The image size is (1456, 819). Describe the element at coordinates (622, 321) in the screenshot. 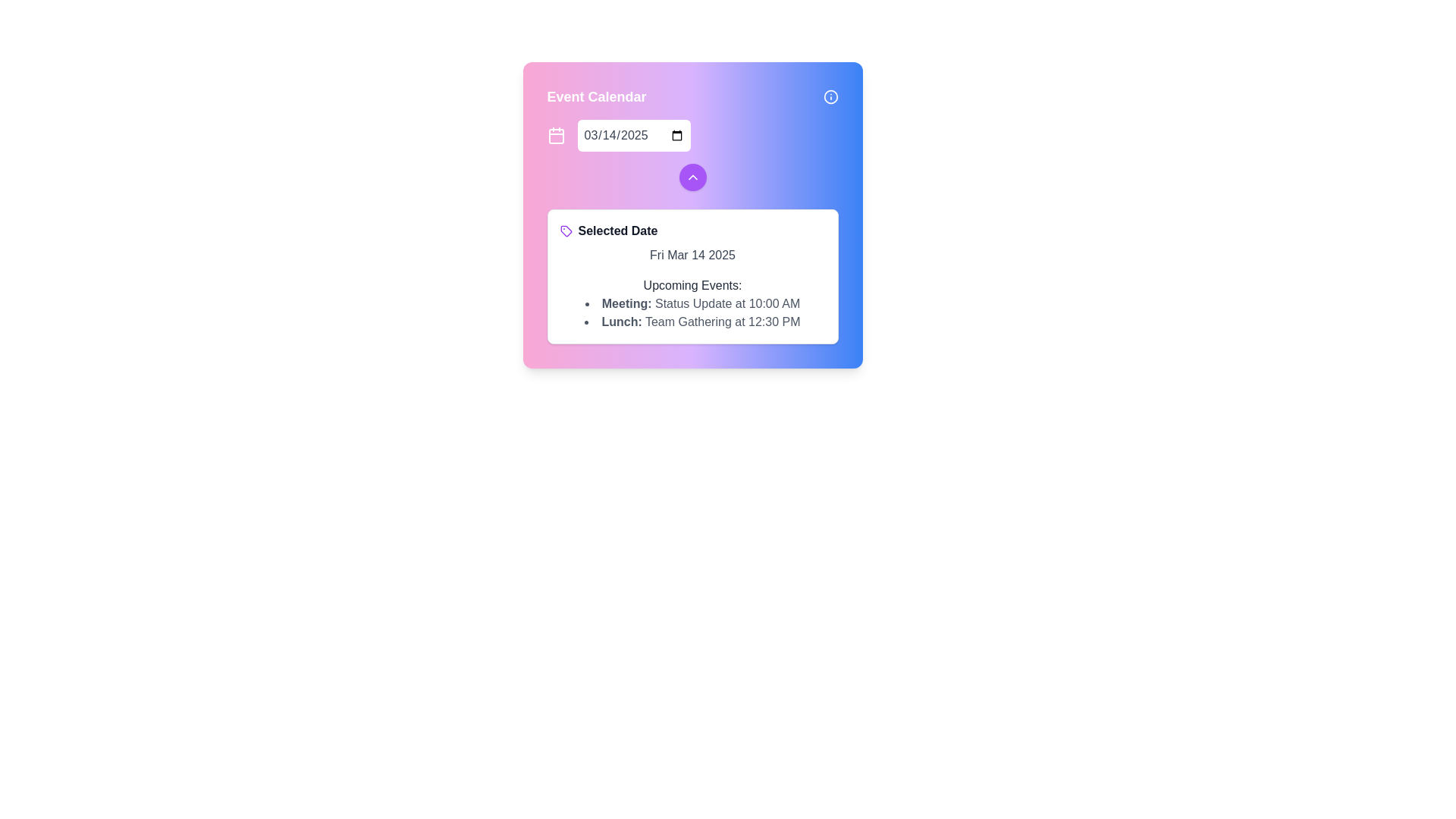

I see `the 'Lunch' text label which indicates the type of an event in the 'Upcoming Events' section of the 'Event Calendar' panel` at that location.